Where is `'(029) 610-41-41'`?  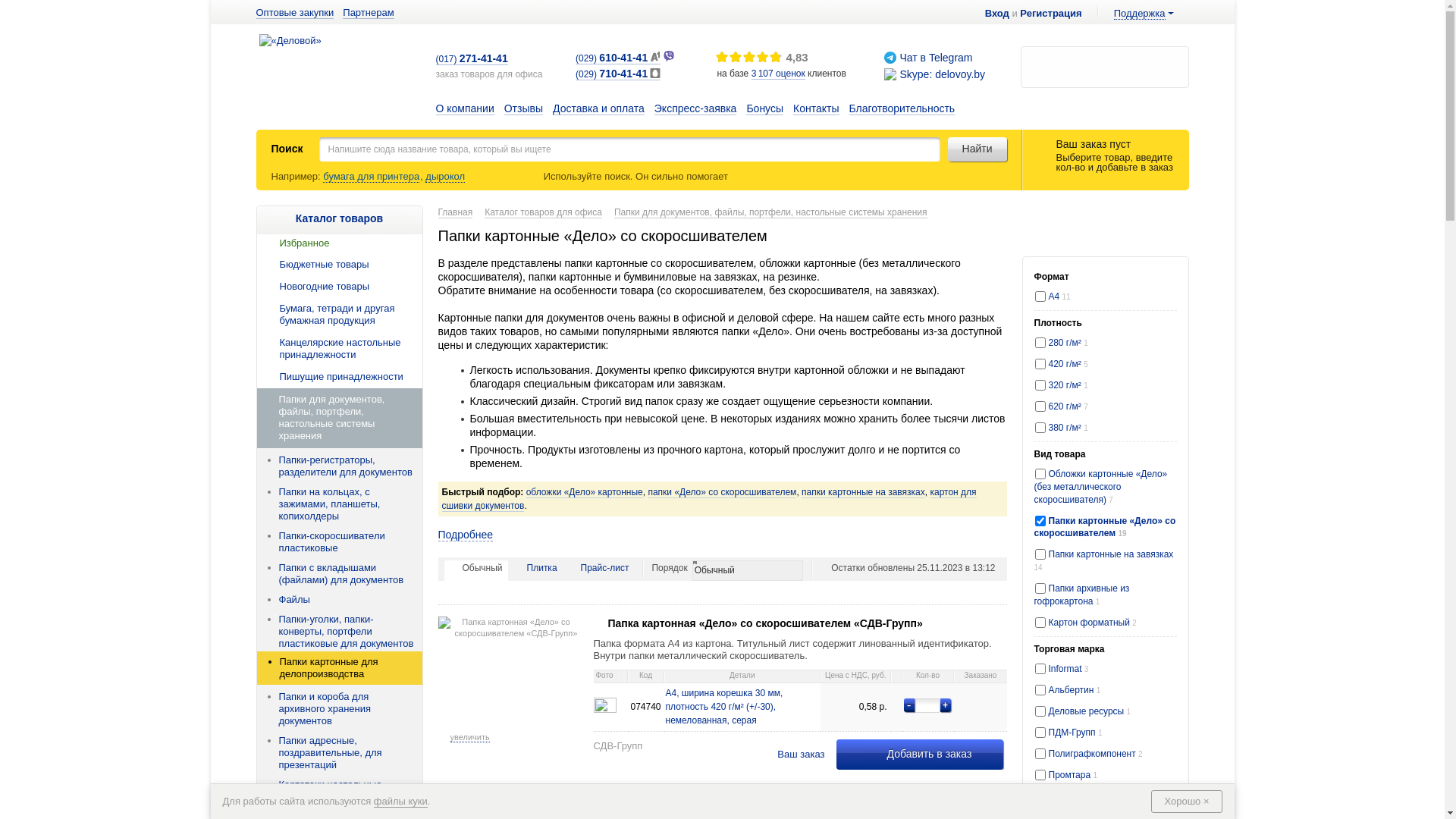
'(029) 610-41-41' is located at coordinates (618, 58).